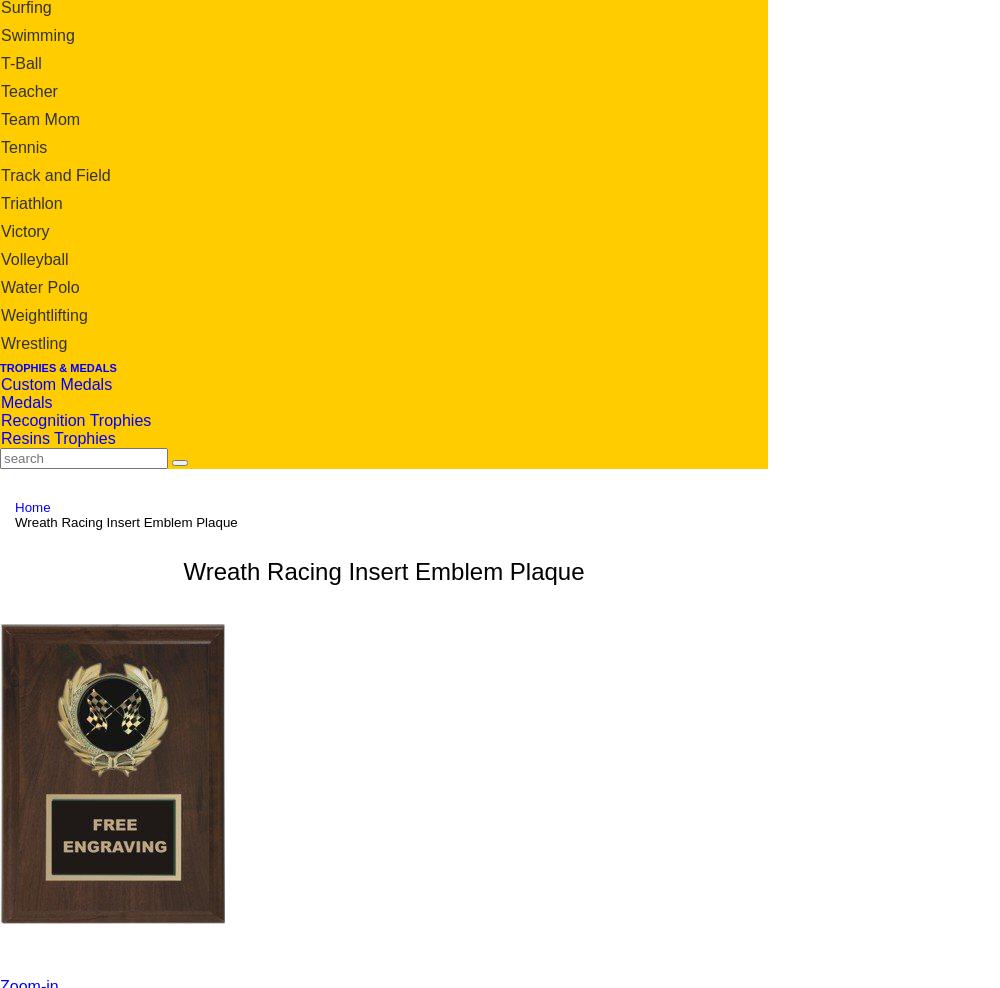  I want to click on 'Water Polo', so click(40, 285).